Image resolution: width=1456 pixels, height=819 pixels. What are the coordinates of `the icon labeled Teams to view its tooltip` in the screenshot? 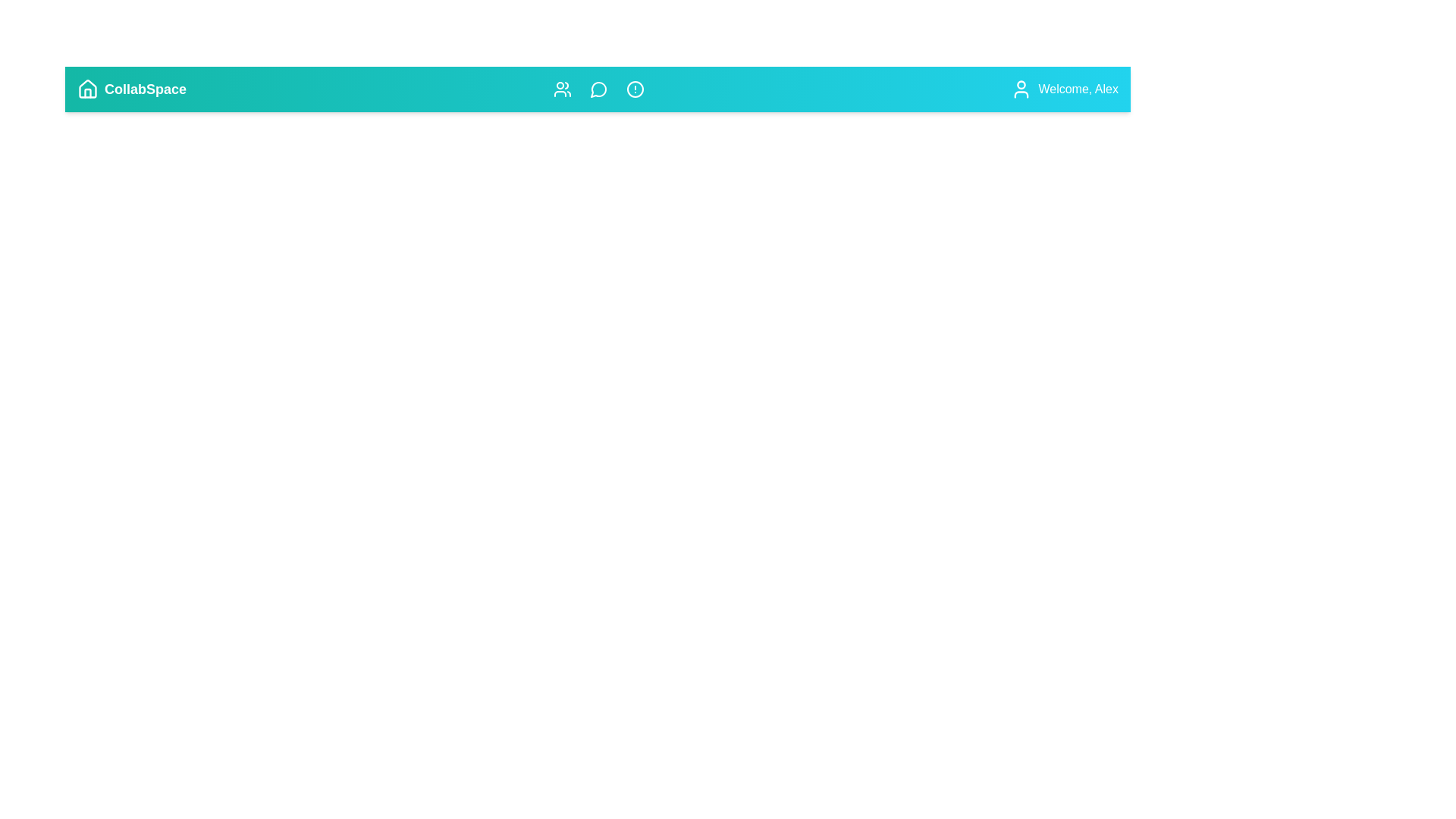 It's located at (561, 89).